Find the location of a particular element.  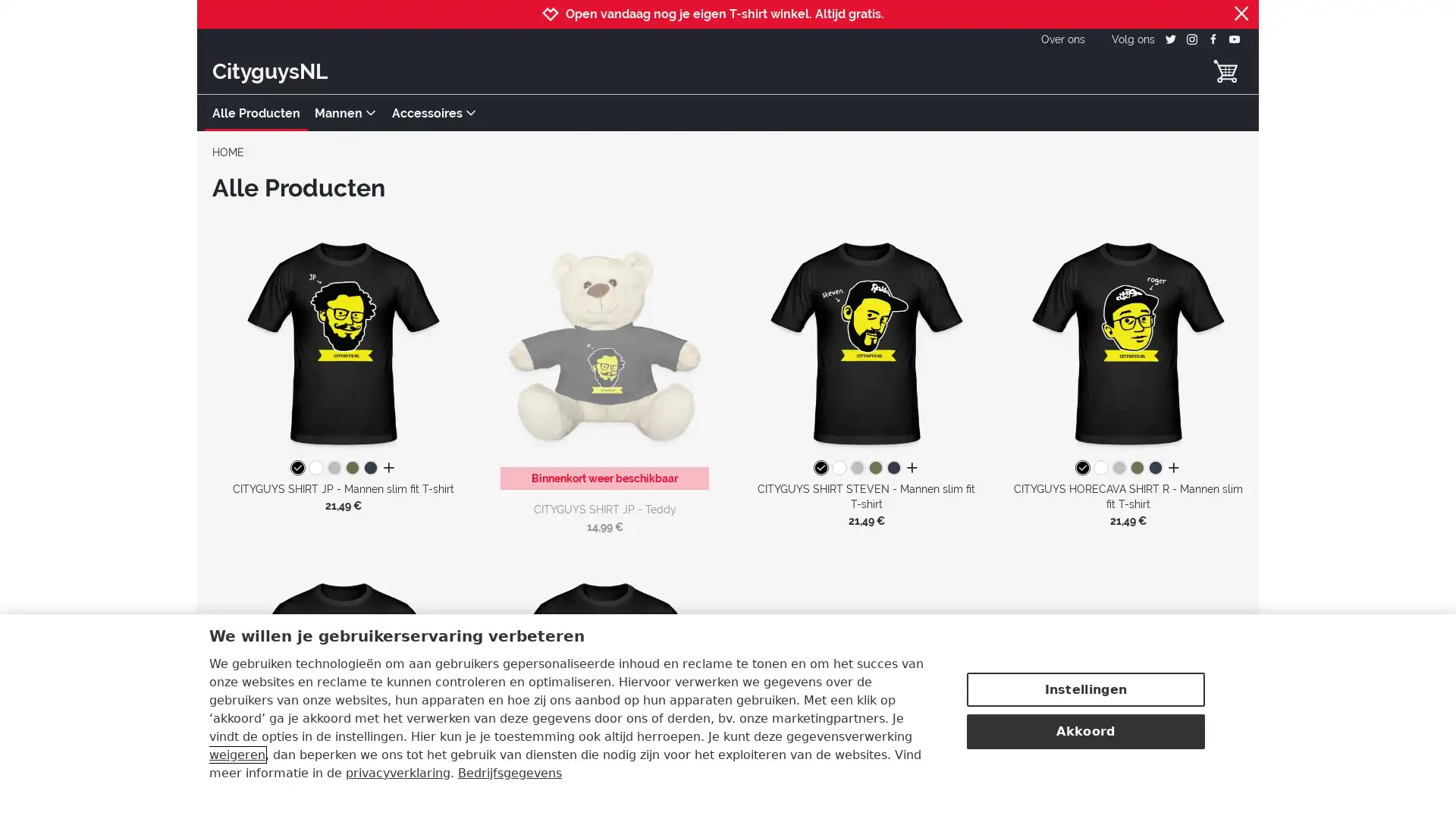

CITYGUYS HORECAVA SHIRT R - Mannen slim fit T-shirt is located at coordinates (1128, 340).